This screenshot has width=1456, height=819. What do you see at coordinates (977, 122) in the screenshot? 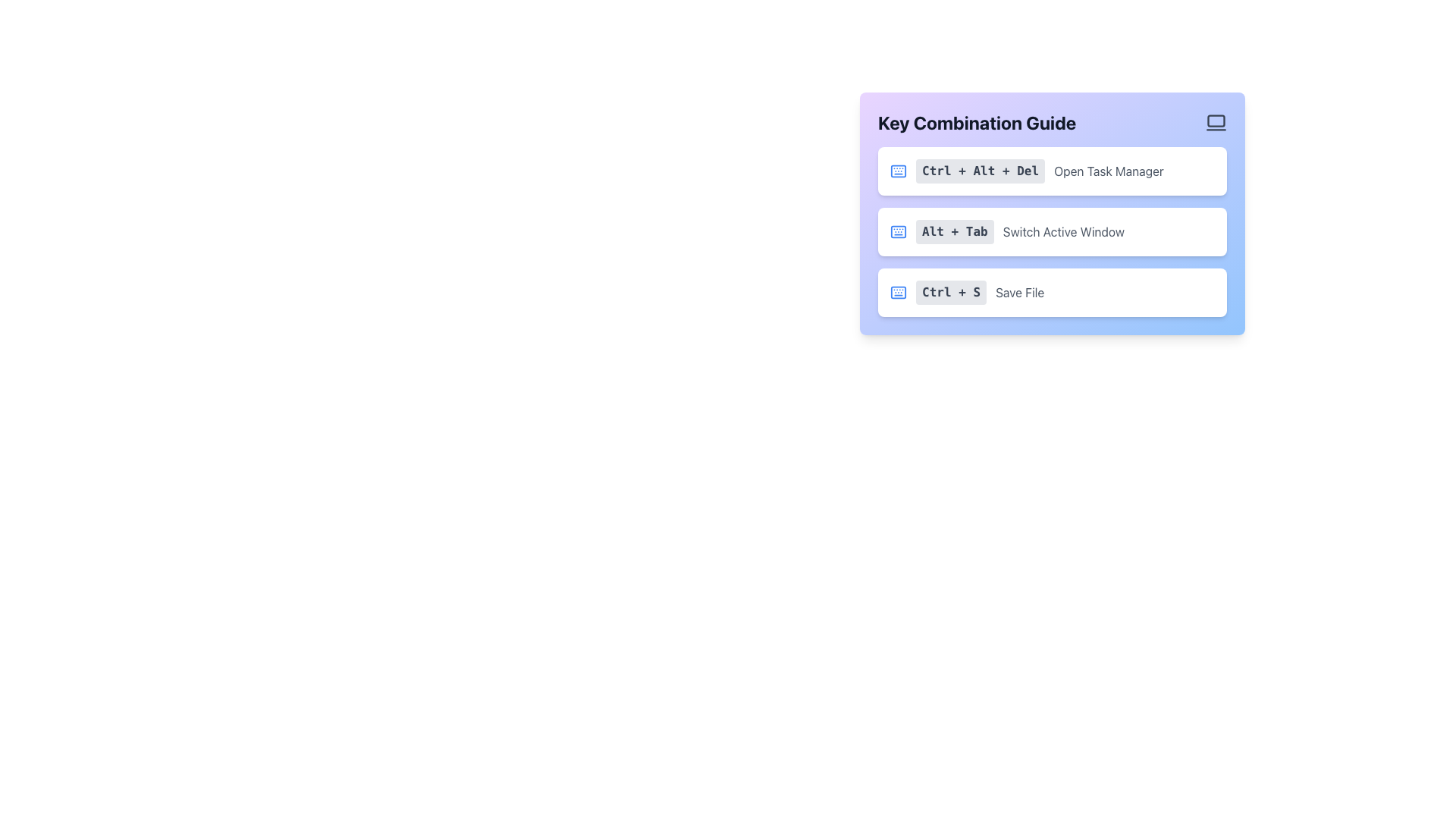
I see `text label displaying 'Key Combination Guide' prominently in bold at the top of the panel` at bounding box center [977, 122].